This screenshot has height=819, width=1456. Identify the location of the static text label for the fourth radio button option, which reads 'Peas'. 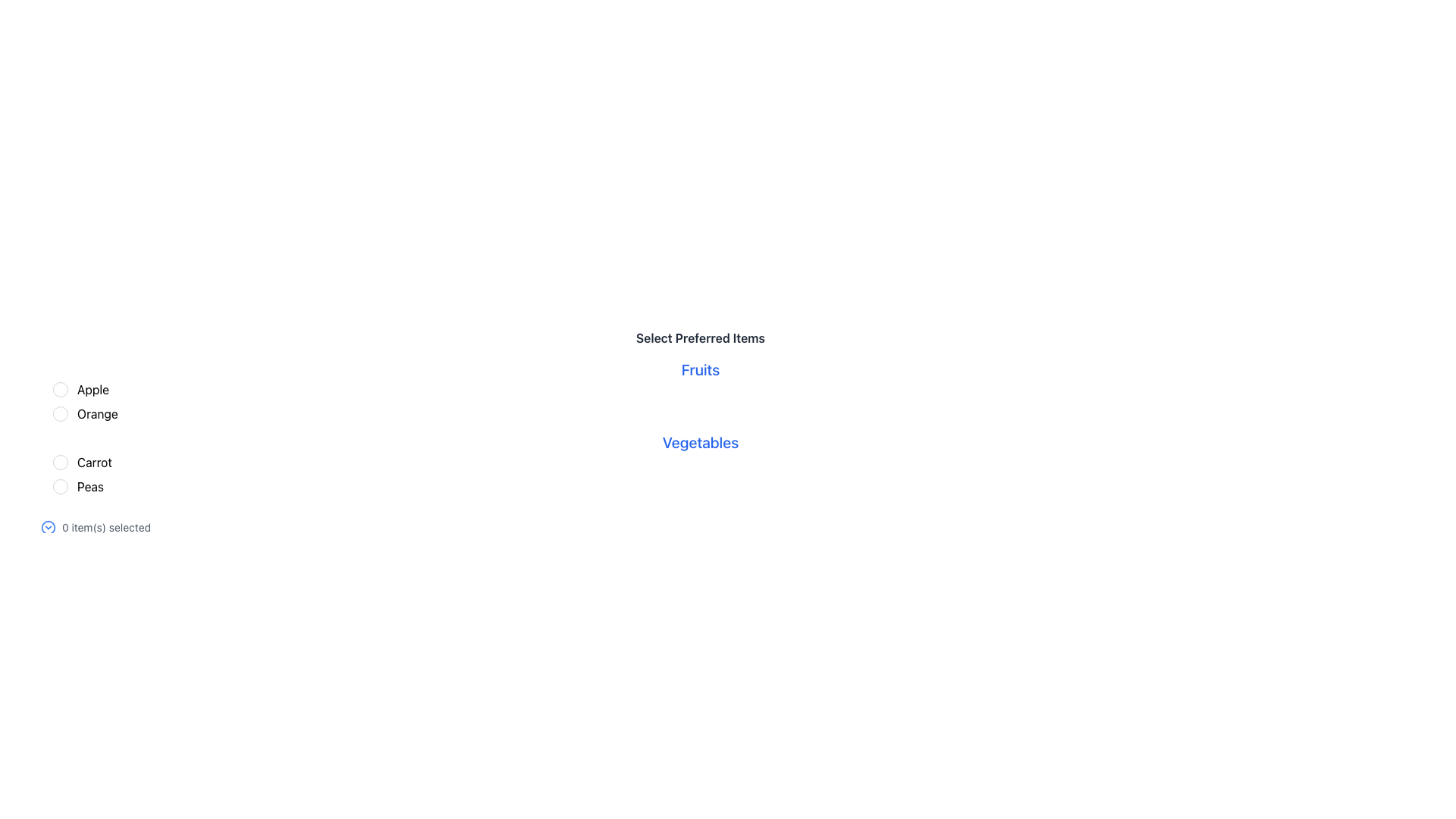
(89, 486).